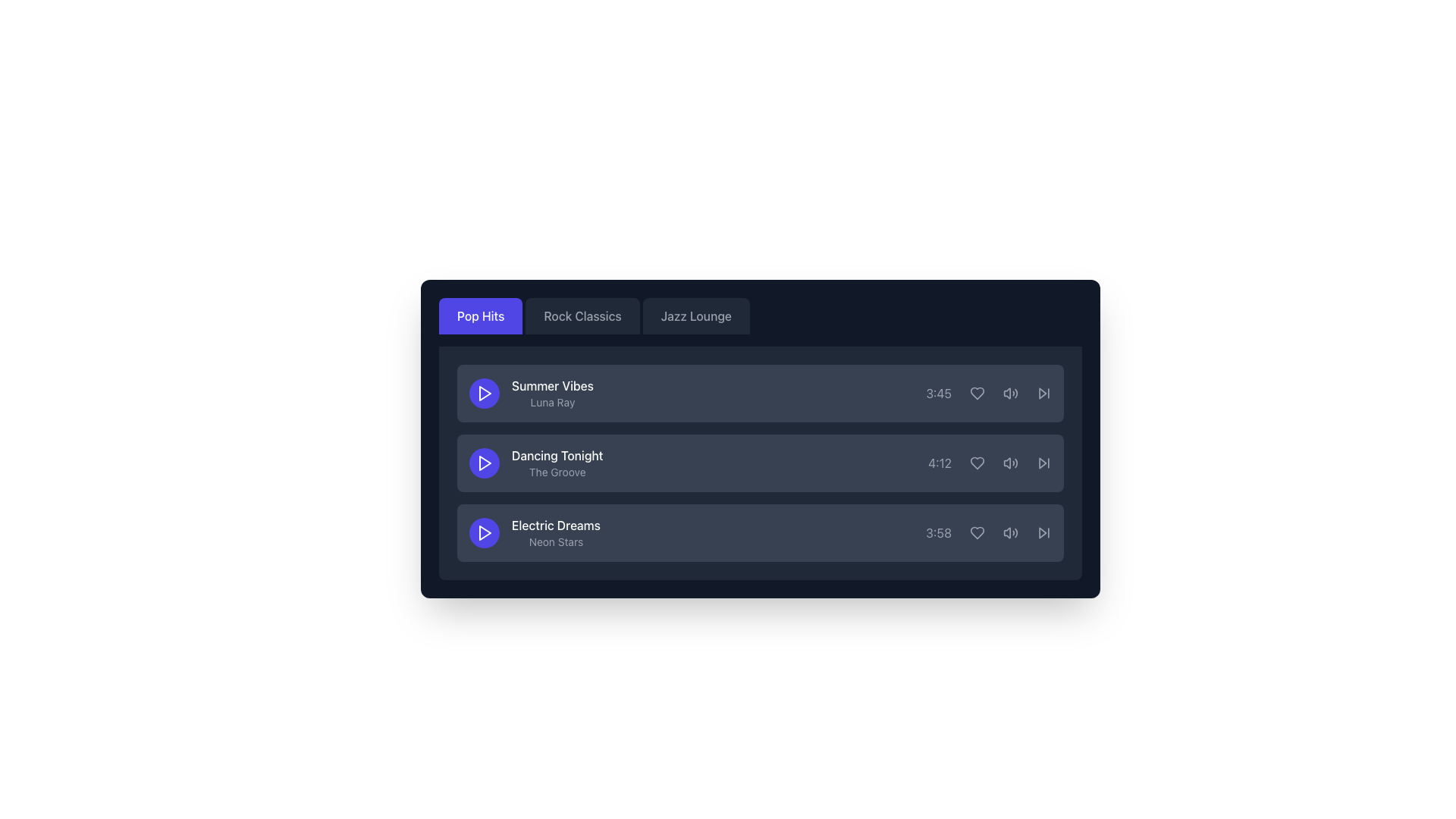 The image size is (1456, 819). I want to click on the volume icon located near the bottom of the group containing the time '3:58', positioned to the right of a heart icon, so click(1011, 532).